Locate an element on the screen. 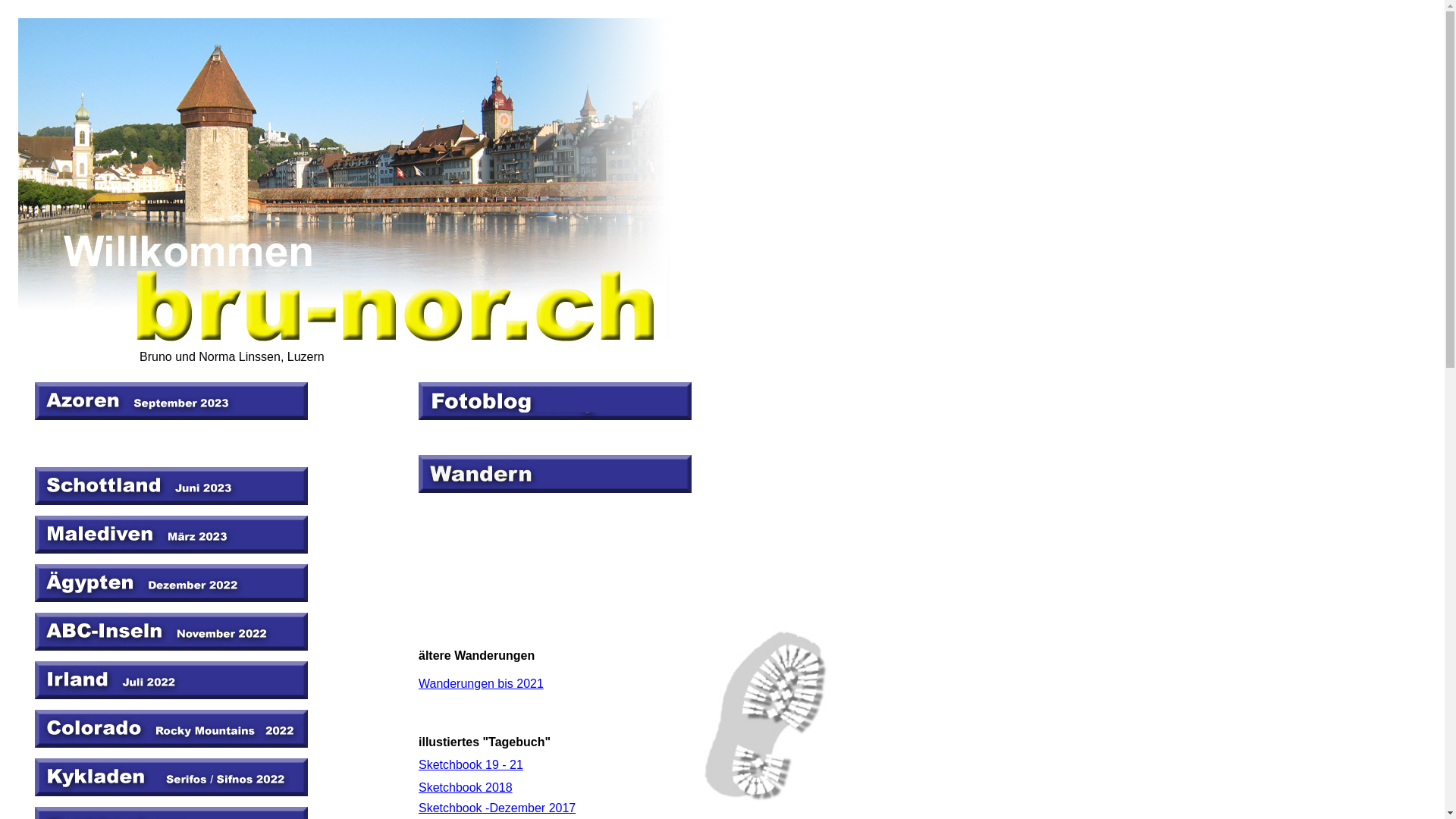  'Wanderungen bis 2021' is located at coordinates (480, 683).